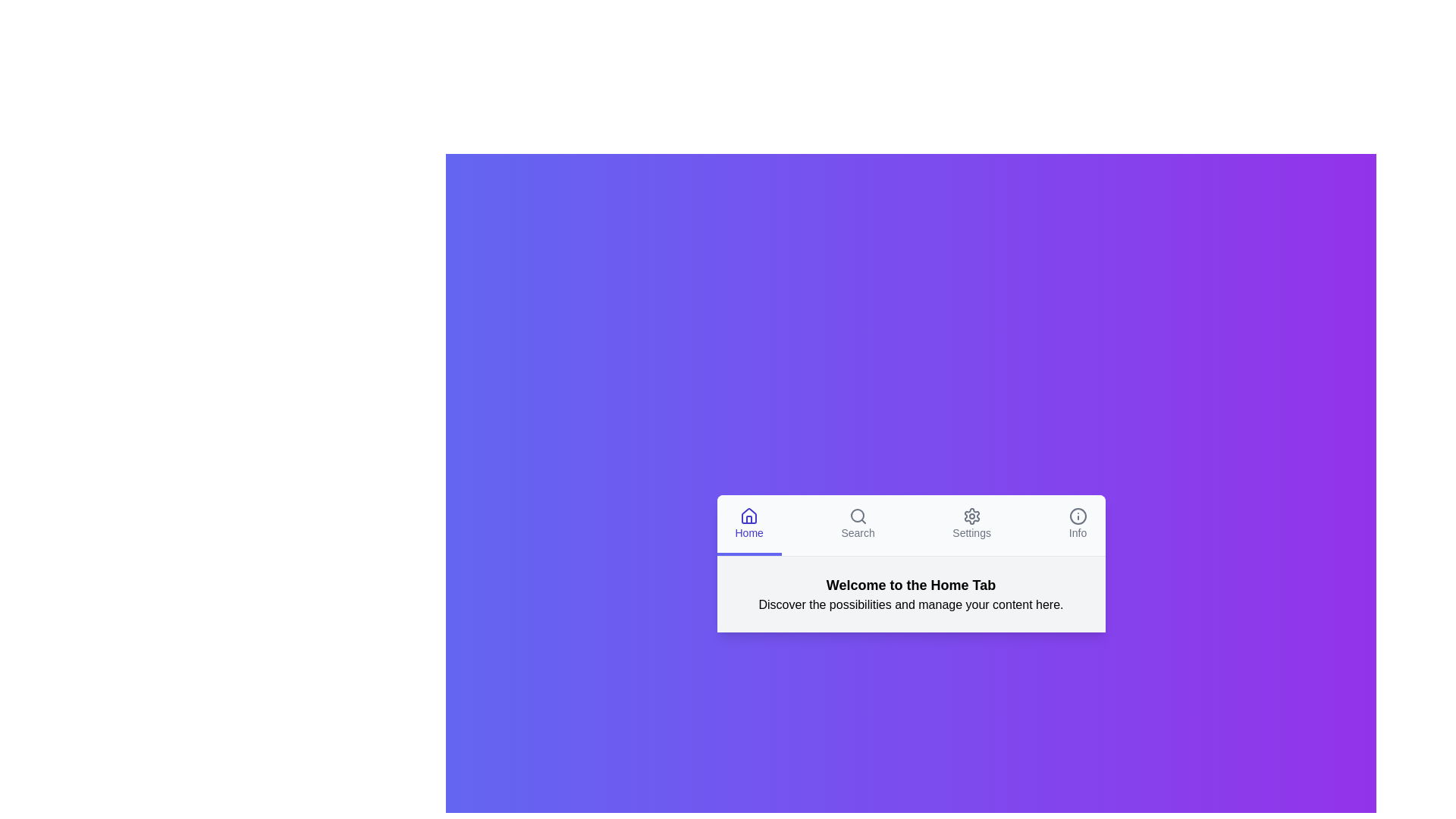 The width and height of the screenshot is (1456, 819). I want to click on the text label that serves as a heading or title, positioned centrally within the white box above the descriptive text, so click(910, 584).